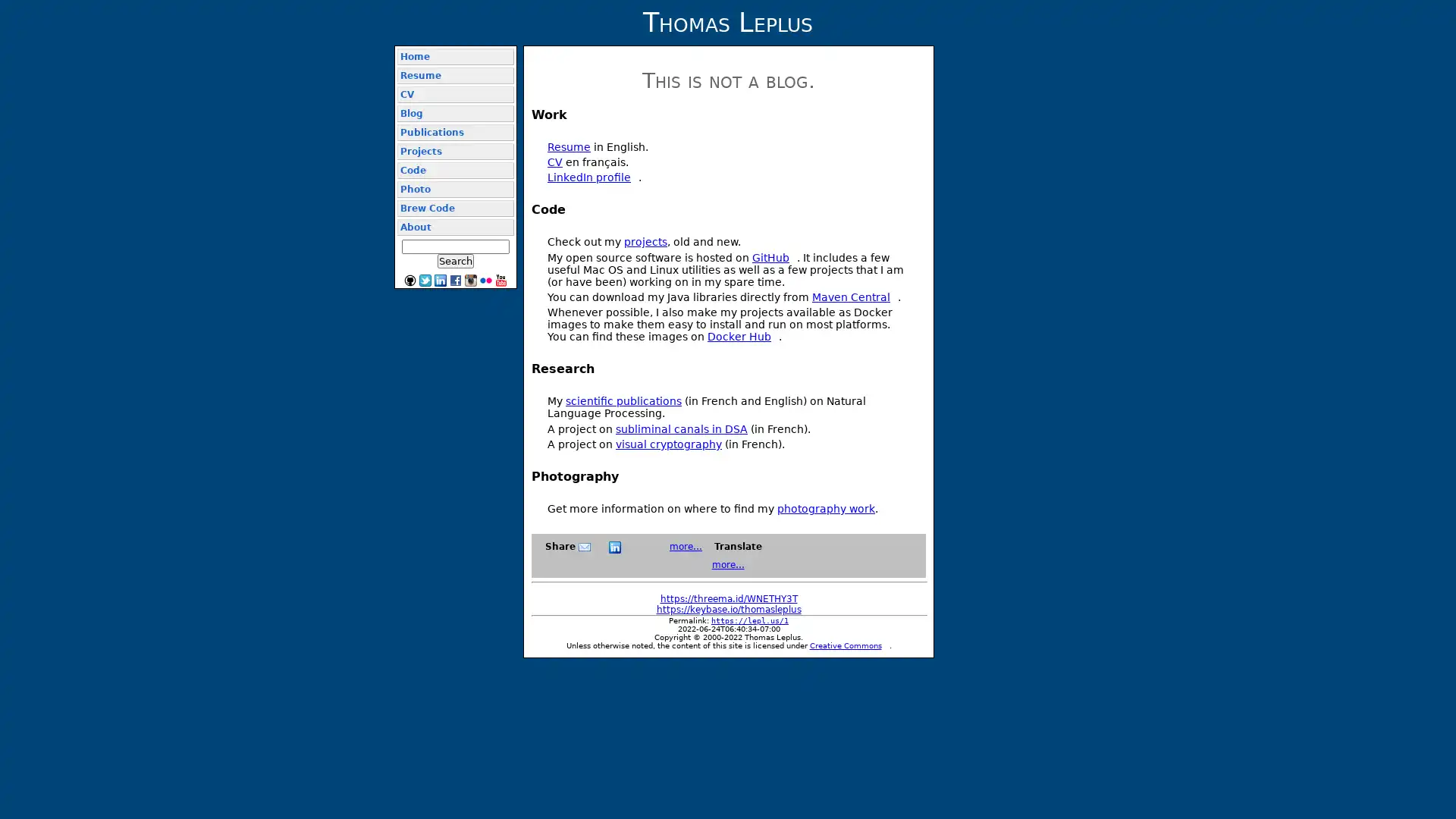 The image size is (1456, 819). What do you see at coordinates (454, 260) in the screenshot?
I see `Search` at bounding box center [454, 260].